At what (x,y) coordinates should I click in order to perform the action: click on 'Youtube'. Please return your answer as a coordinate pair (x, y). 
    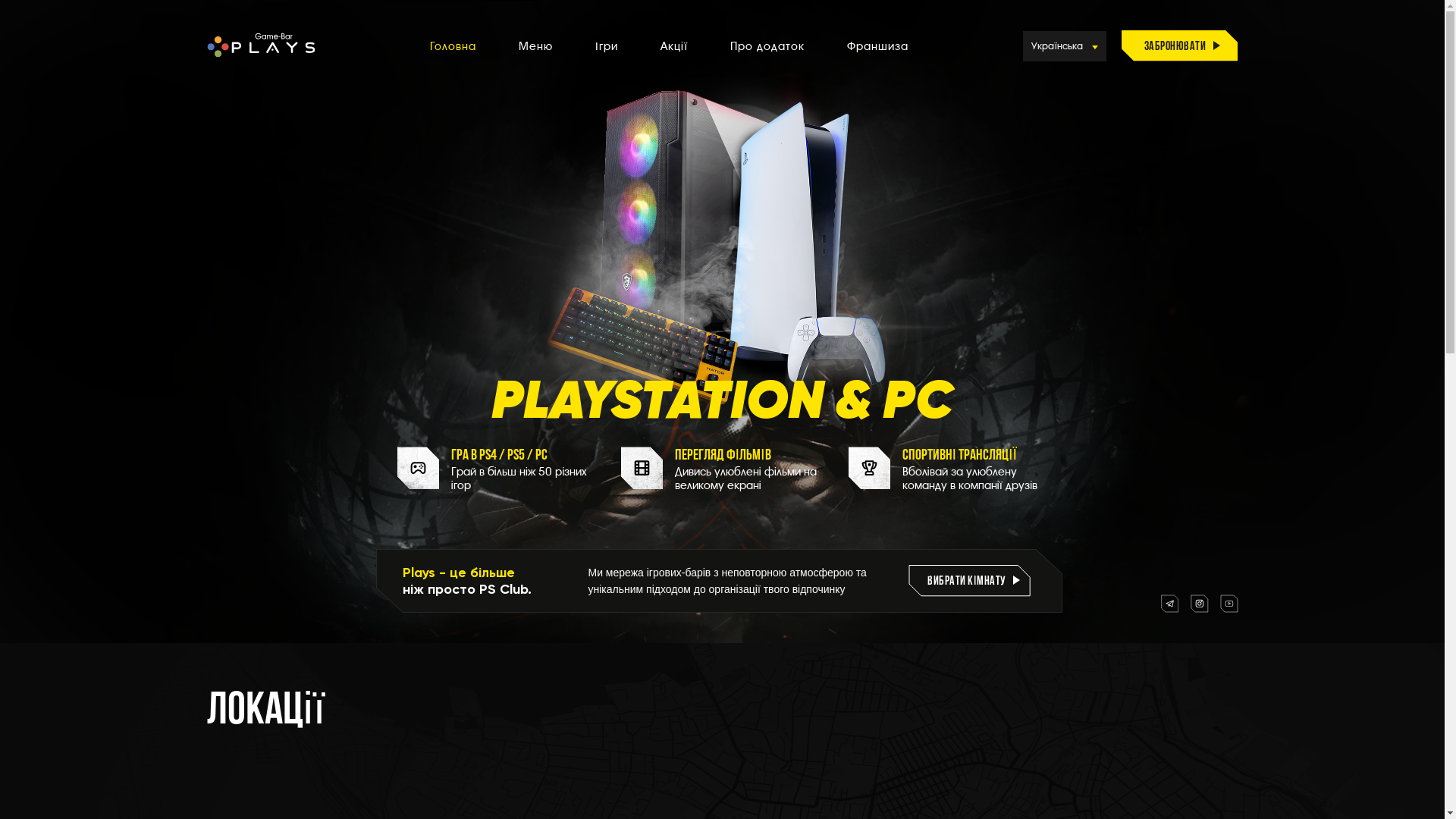
    Looking at the image, I should click on (1228, 602).